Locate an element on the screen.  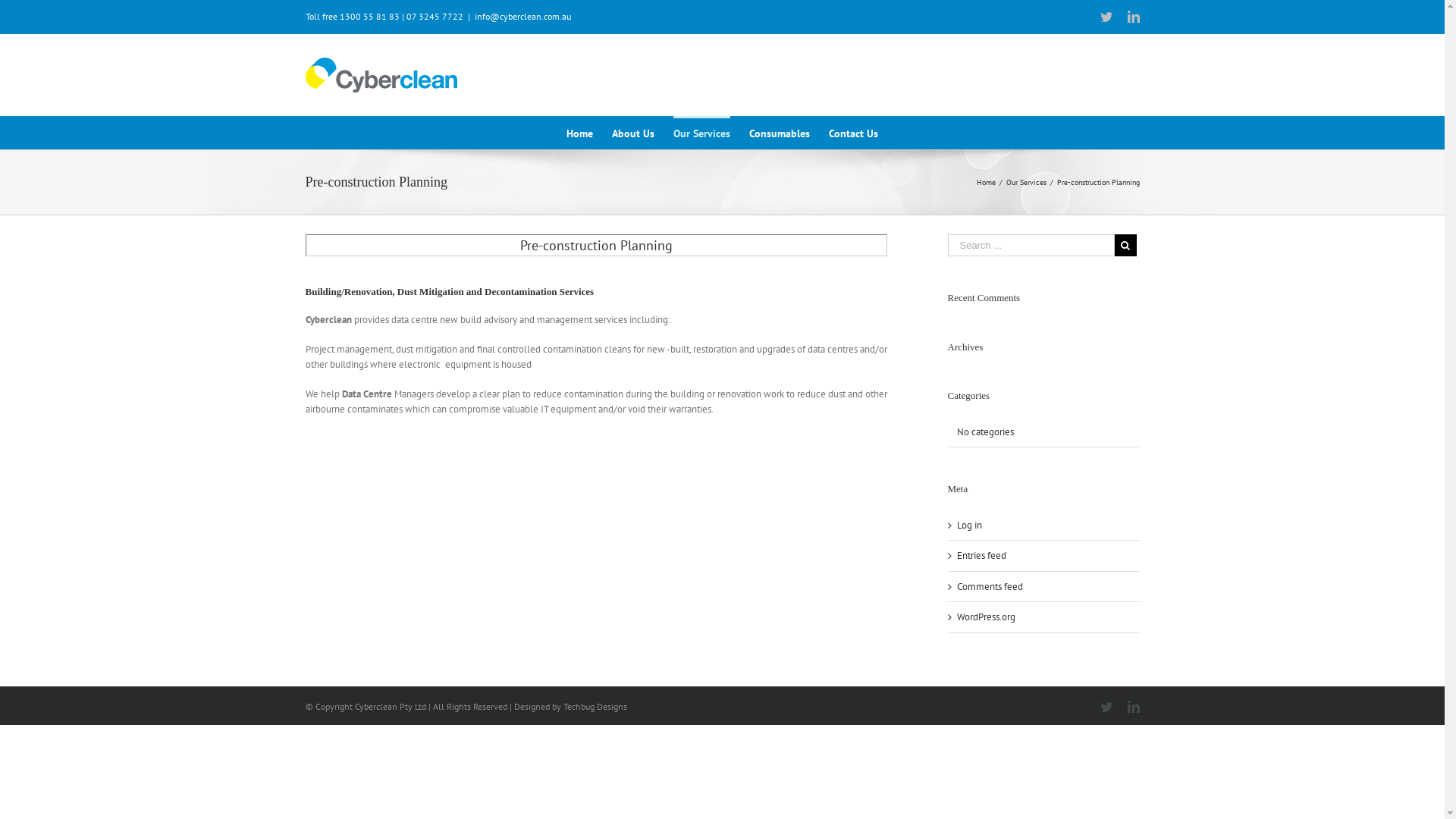
'WordPress.org' is located at coordinates (986, 617).